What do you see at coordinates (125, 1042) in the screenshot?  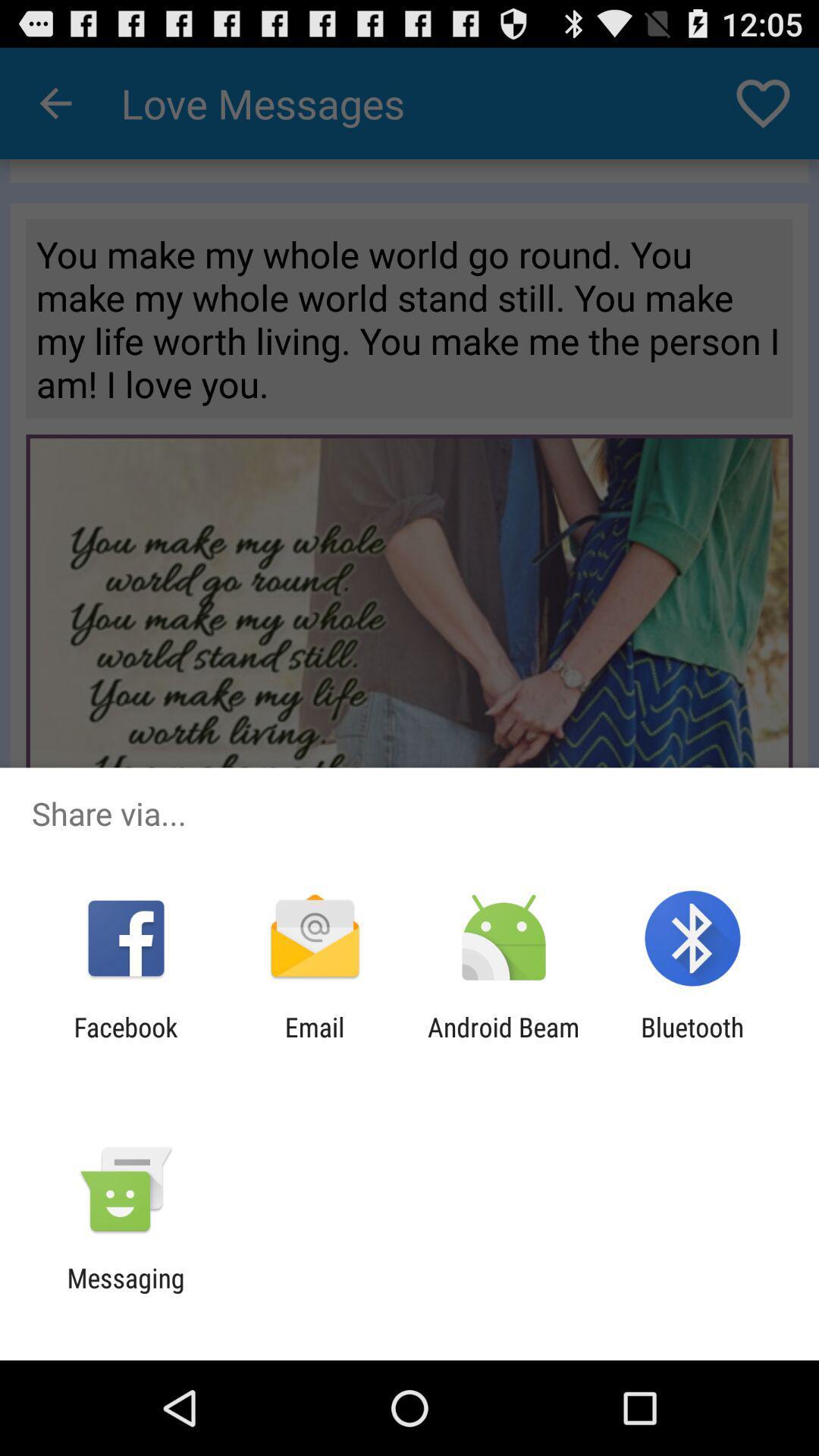 I see `the facebook icon` at bounding box center [125, 1042].